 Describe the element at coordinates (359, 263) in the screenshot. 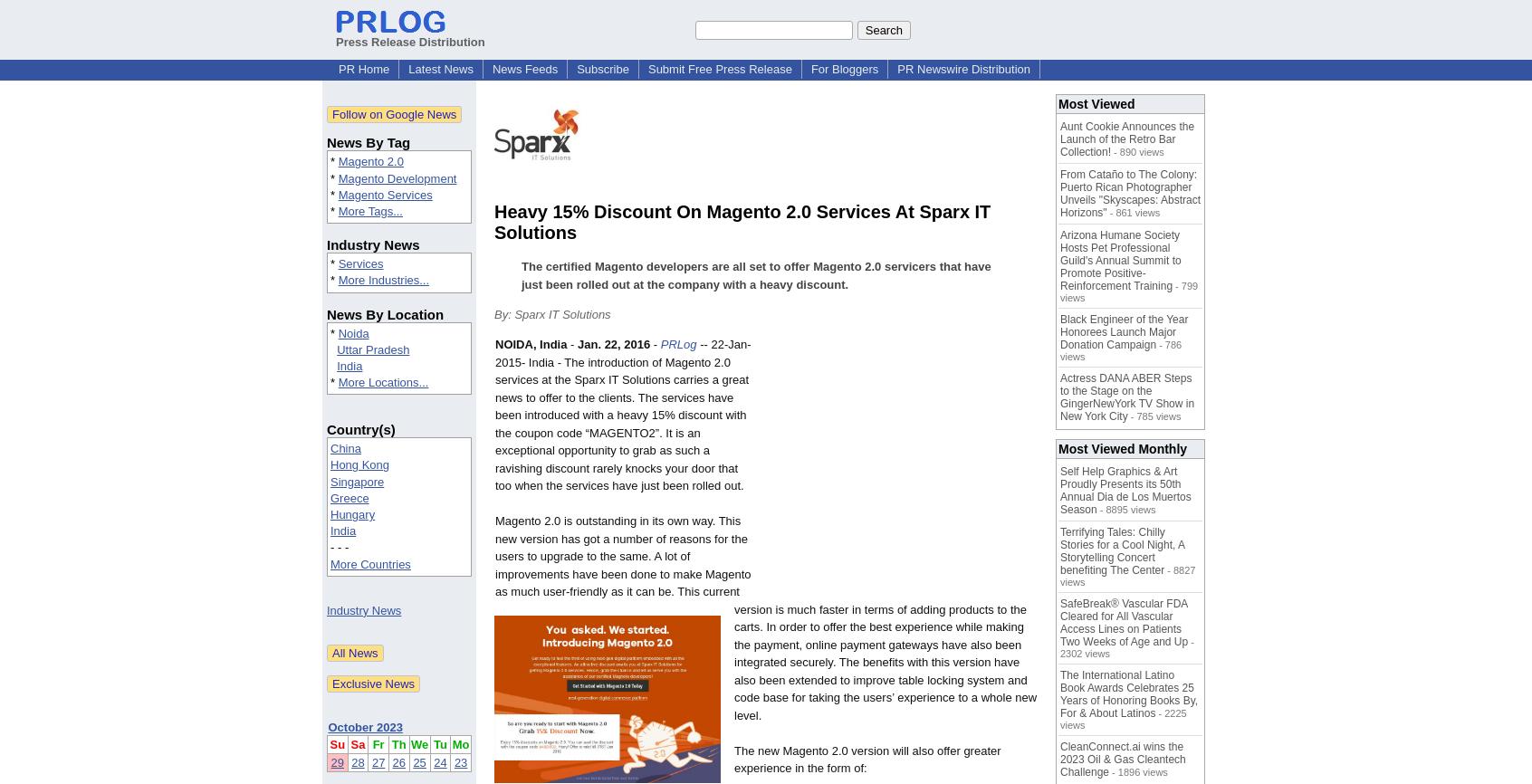

I see `'Services'` at that location.